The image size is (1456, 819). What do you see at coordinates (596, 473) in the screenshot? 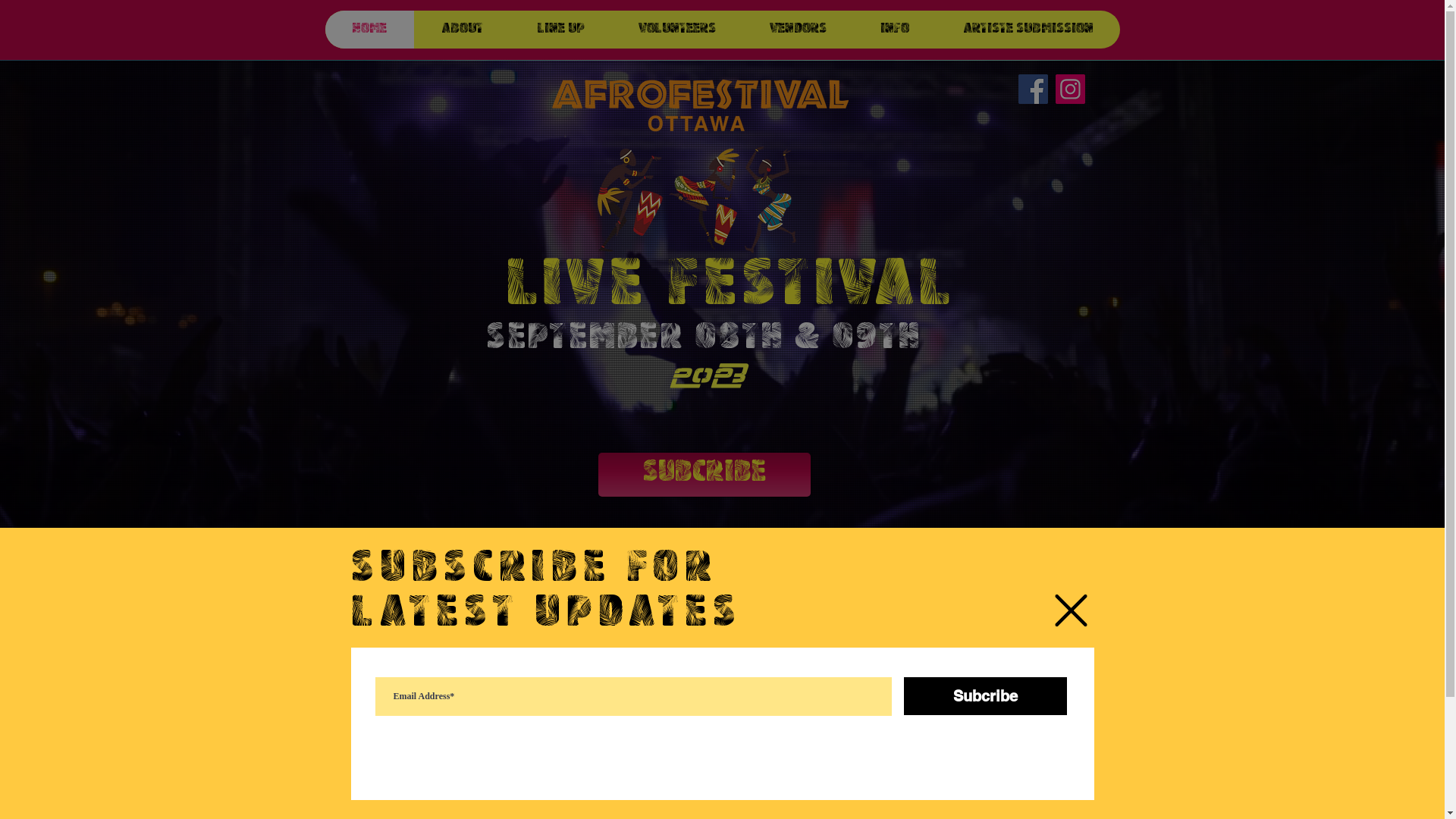
I see `'SUBCRIBE'` at bounding box center [596, 473].